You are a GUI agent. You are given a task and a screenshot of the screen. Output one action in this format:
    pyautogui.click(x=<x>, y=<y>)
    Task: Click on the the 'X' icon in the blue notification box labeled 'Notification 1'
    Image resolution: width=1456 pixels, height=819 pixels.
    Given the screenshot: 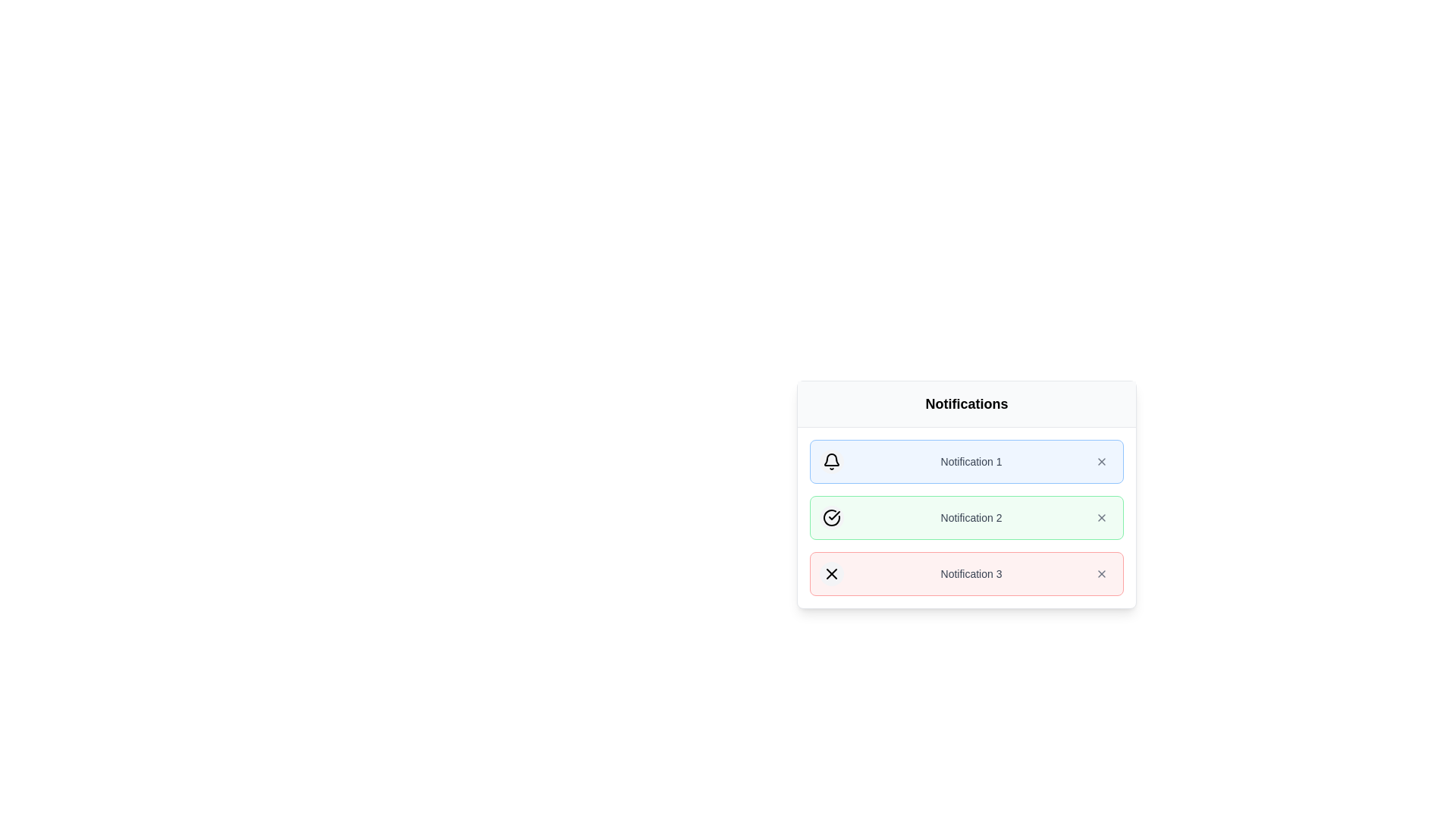 What is the action you would take?
    pyautogui.click(x=1102, y=461)
    